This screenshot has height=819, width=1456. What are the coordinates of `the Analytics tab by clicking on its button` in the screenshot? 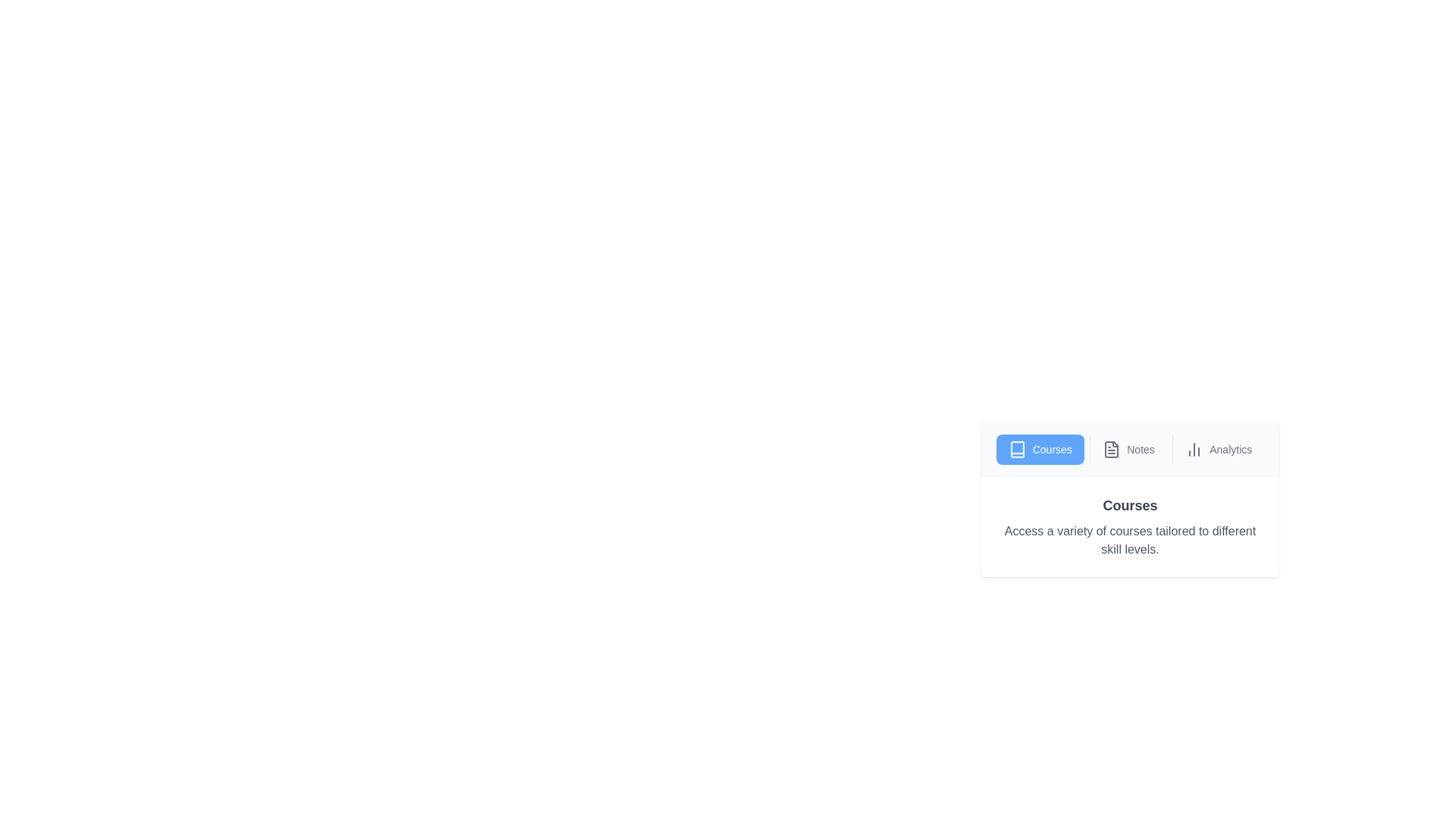 It's located at (1218, 449).